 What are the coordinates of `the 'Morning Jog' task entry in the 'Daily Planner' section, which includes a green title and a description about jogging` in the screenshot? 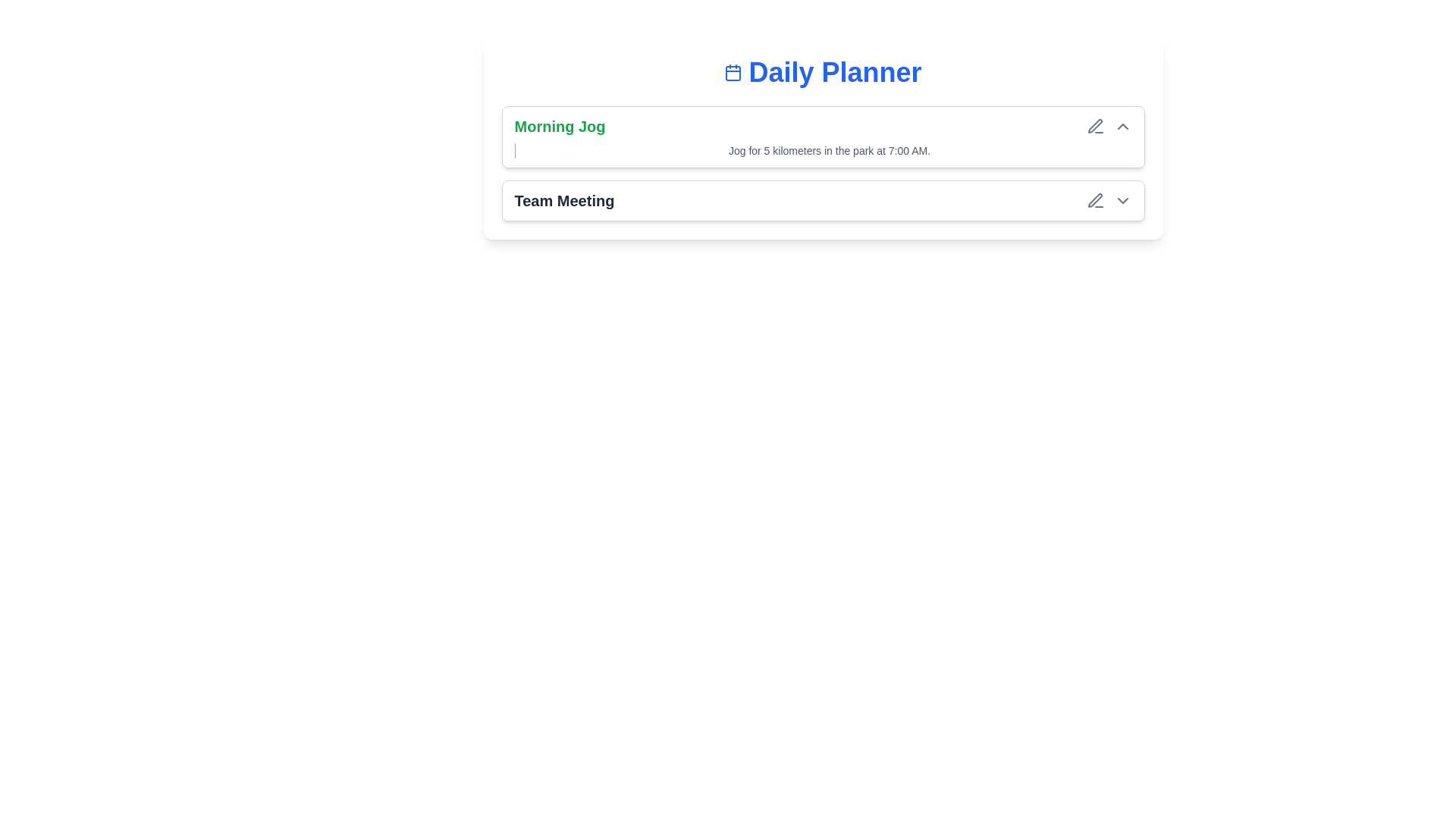 It's located at (822, 164).